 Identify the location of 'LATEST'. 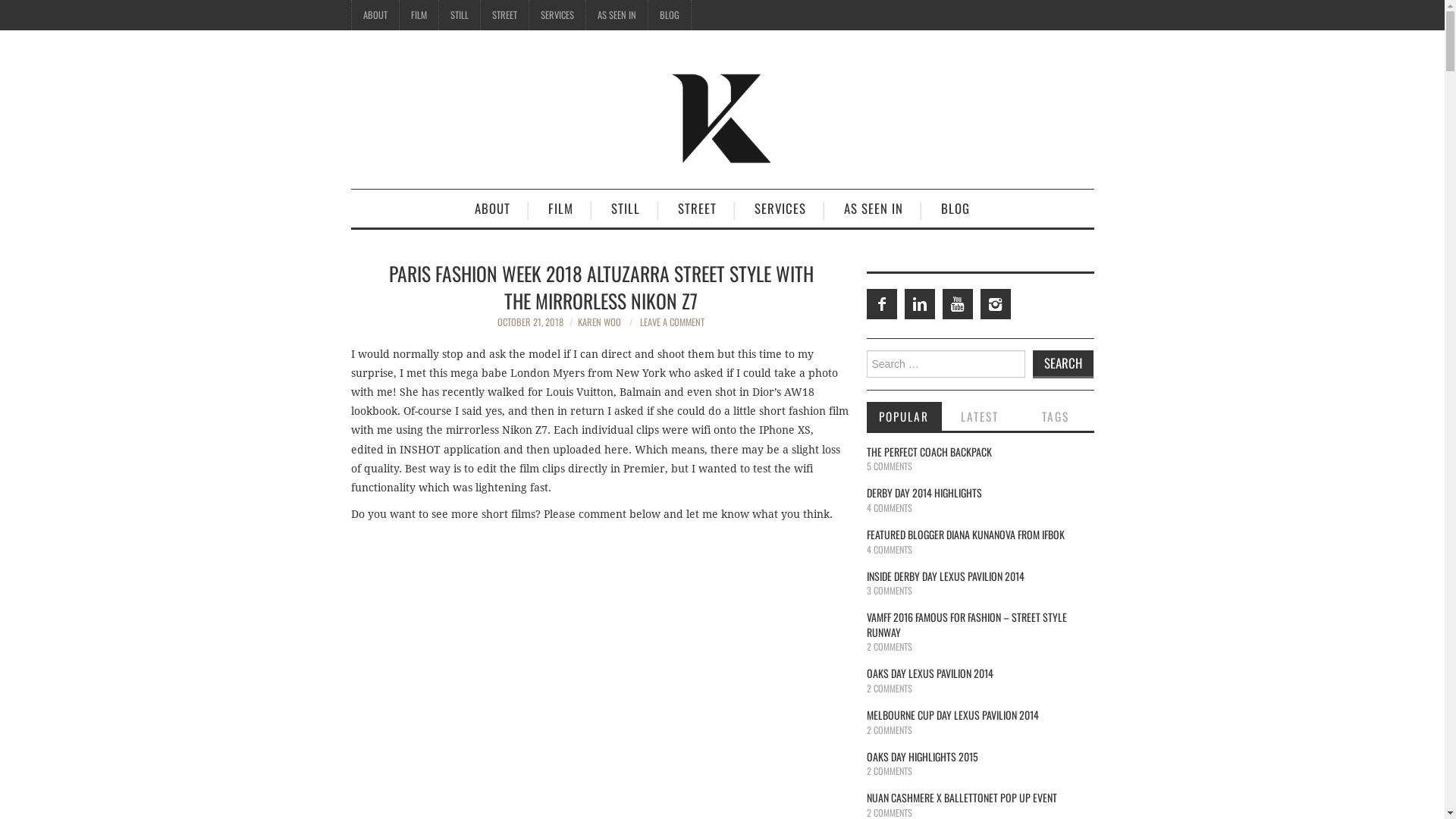
(979, 416).